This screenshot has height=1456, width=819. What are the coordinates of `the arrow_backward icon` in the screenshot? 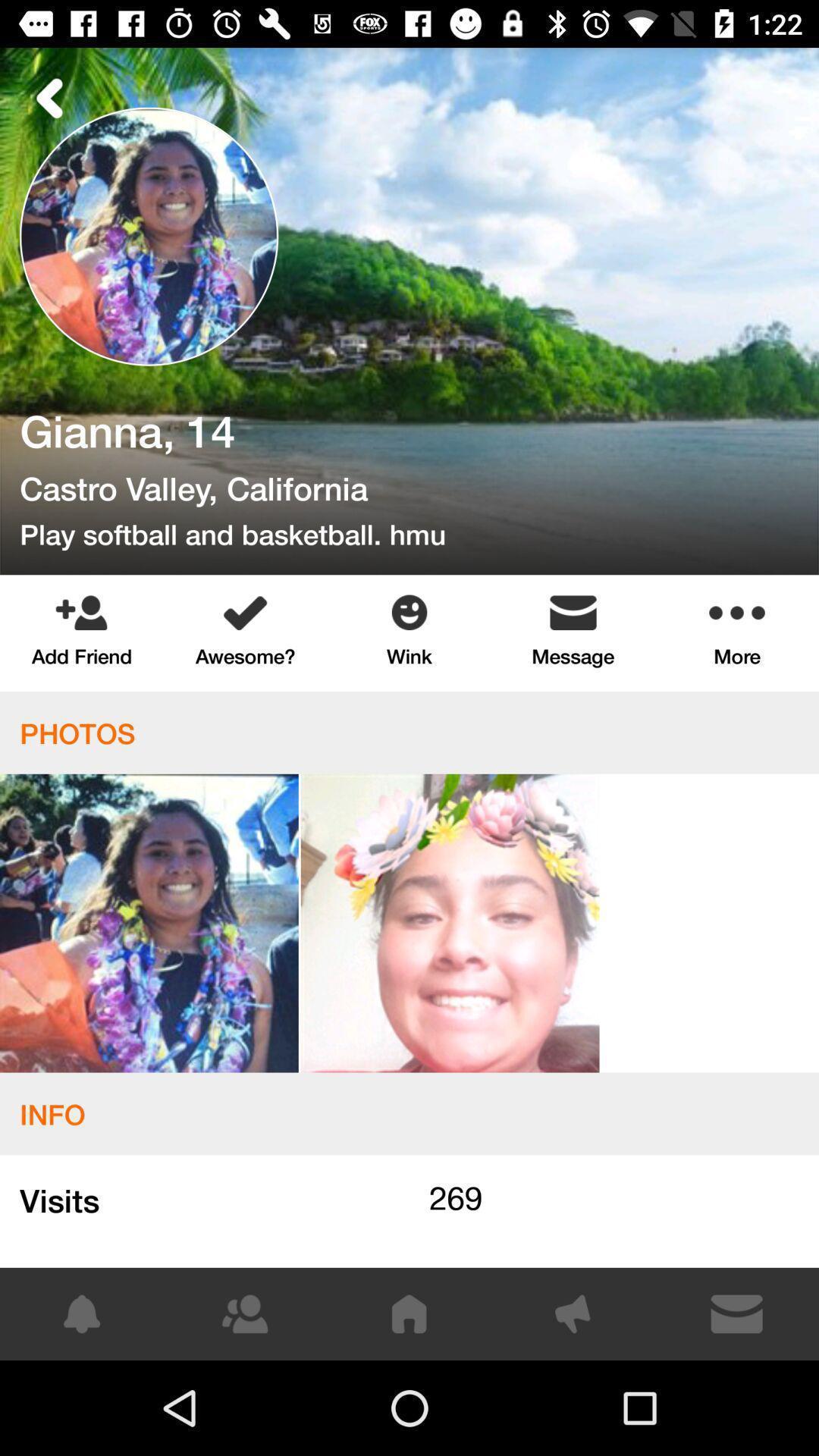 It's located at (49, 97).